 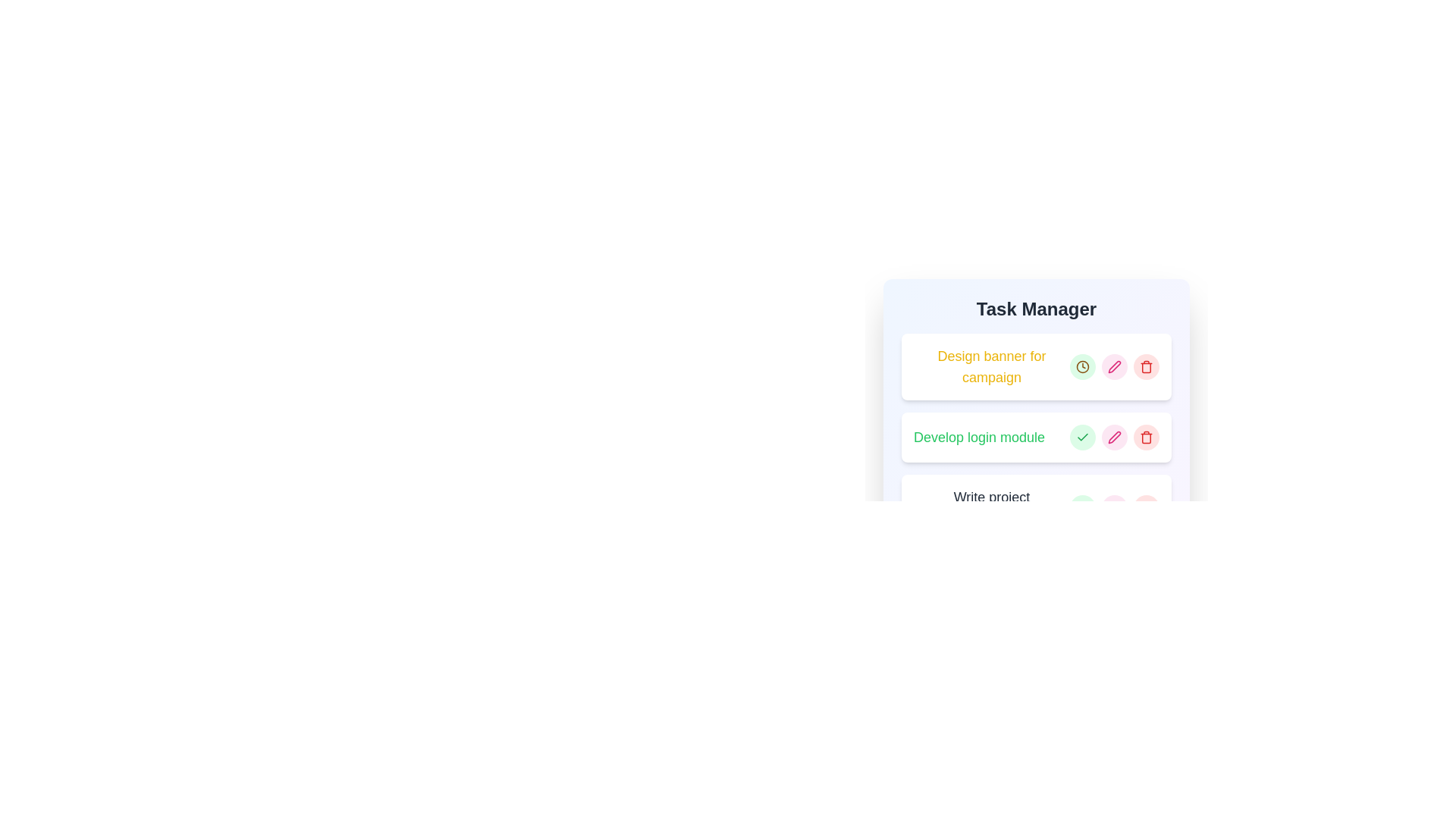 What do you see at coordinates (1147, 438) in the screenshot?
I see `the small trash icon button with a light red background located on the right side of the second task in the task list` at bounding box center [1147, 438].